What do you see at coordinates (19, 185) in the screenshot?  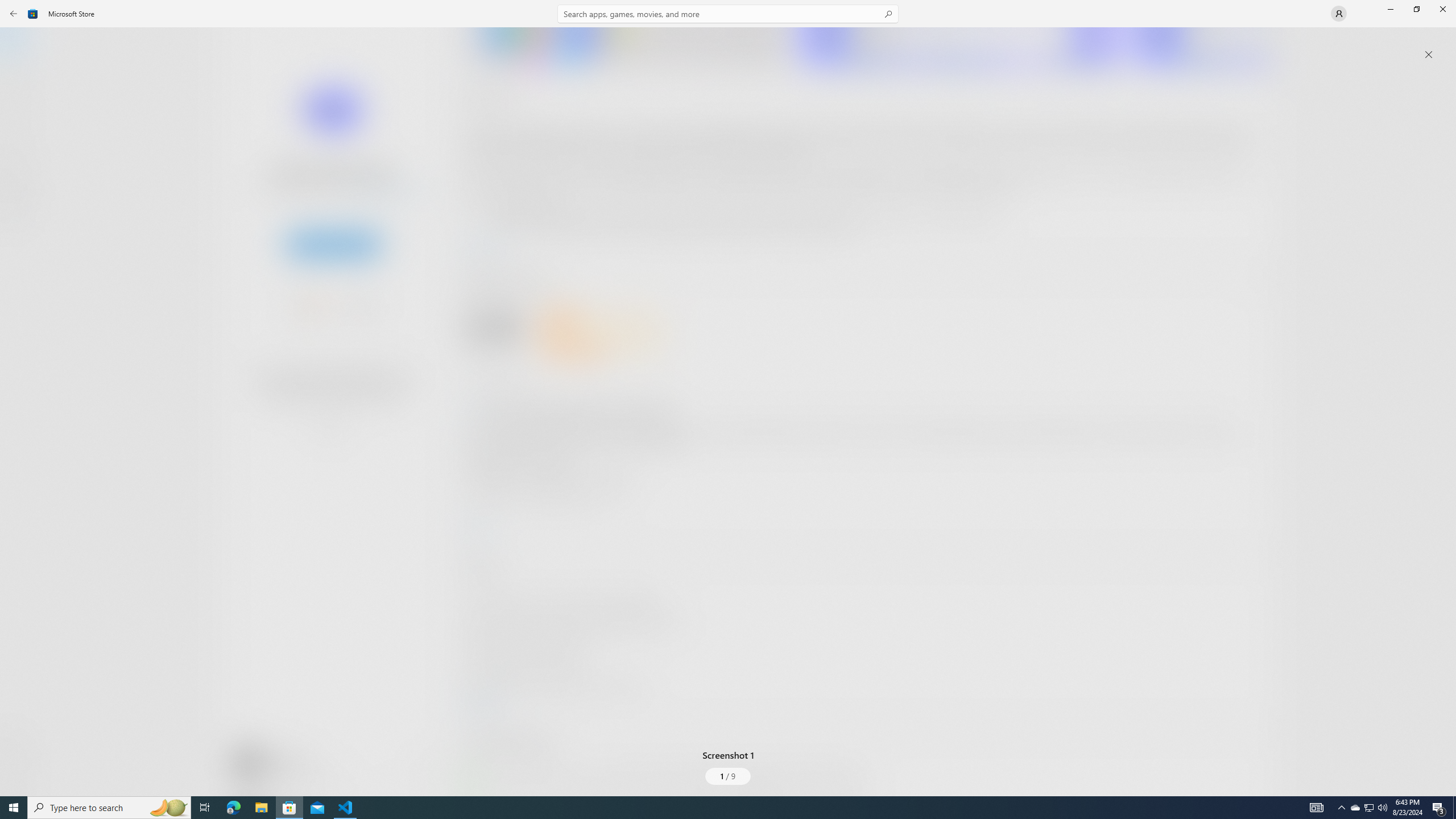 I see `'Entertainment'` at bounding box center [19, 185].